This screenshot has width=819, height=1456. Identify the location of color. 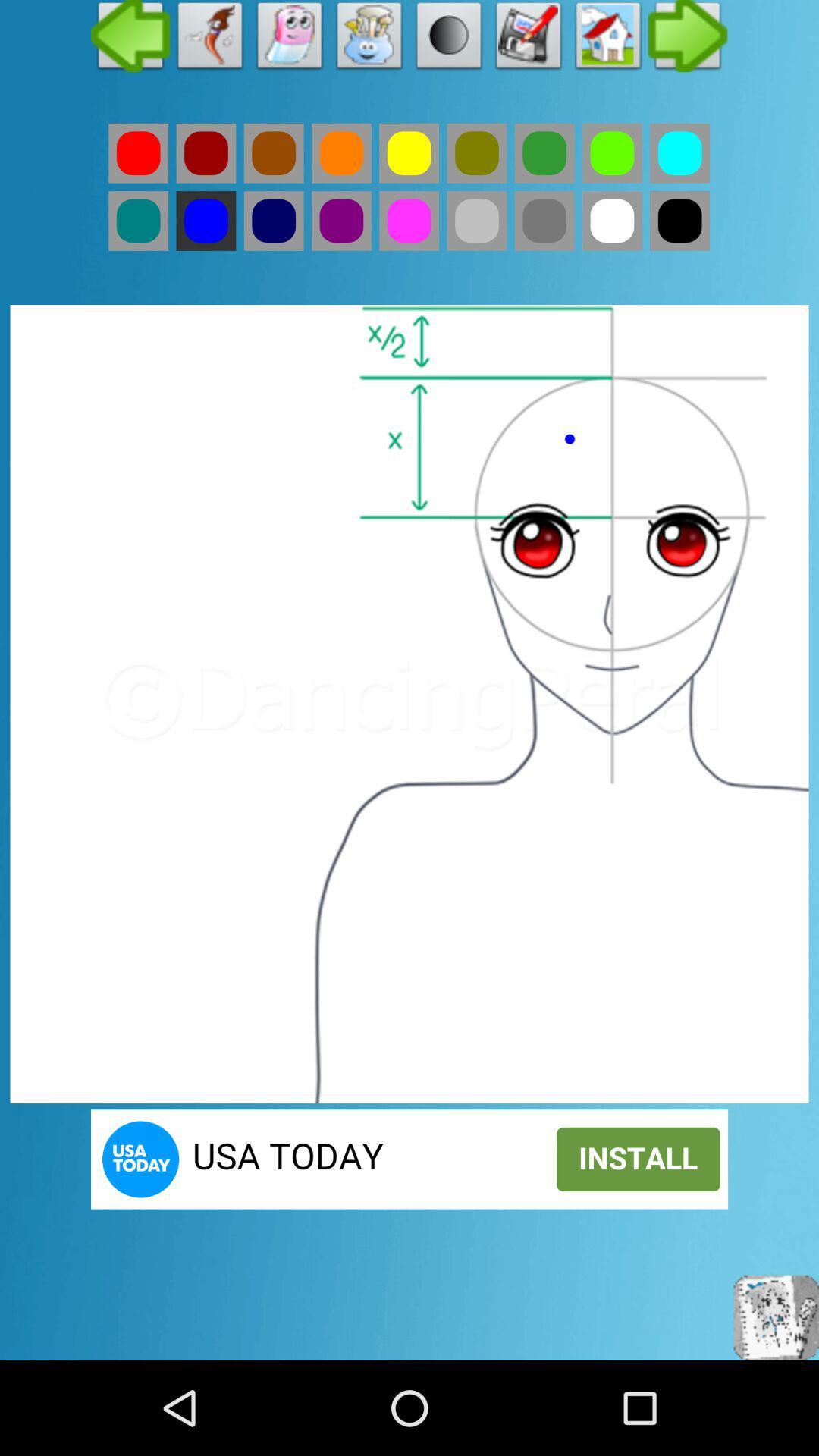
(475, 153).